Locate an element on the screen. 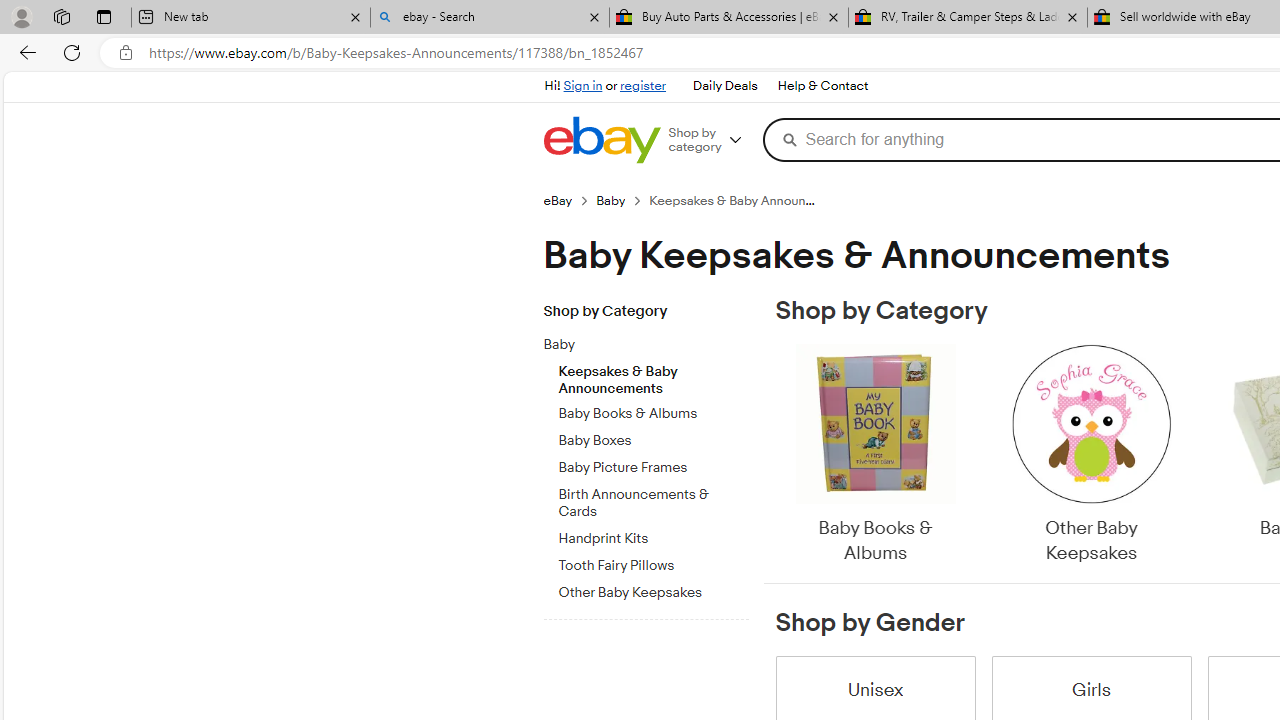 The image size is (1280, 720). 'Keepsakes & Baby Announcements' is located at coordinates (653, 375).